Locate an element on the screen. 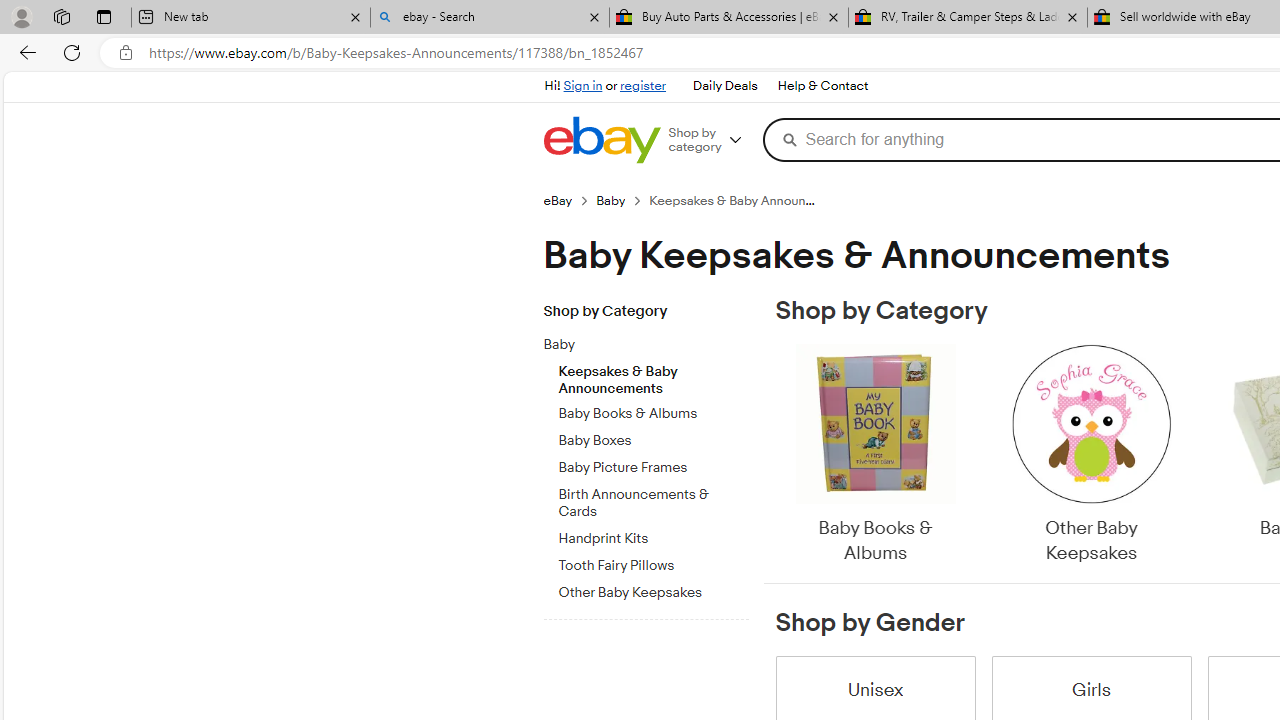 The image size is (1280, 720). 'Keepsakes & Baby Announcements' is located at coordinates (653, 375).